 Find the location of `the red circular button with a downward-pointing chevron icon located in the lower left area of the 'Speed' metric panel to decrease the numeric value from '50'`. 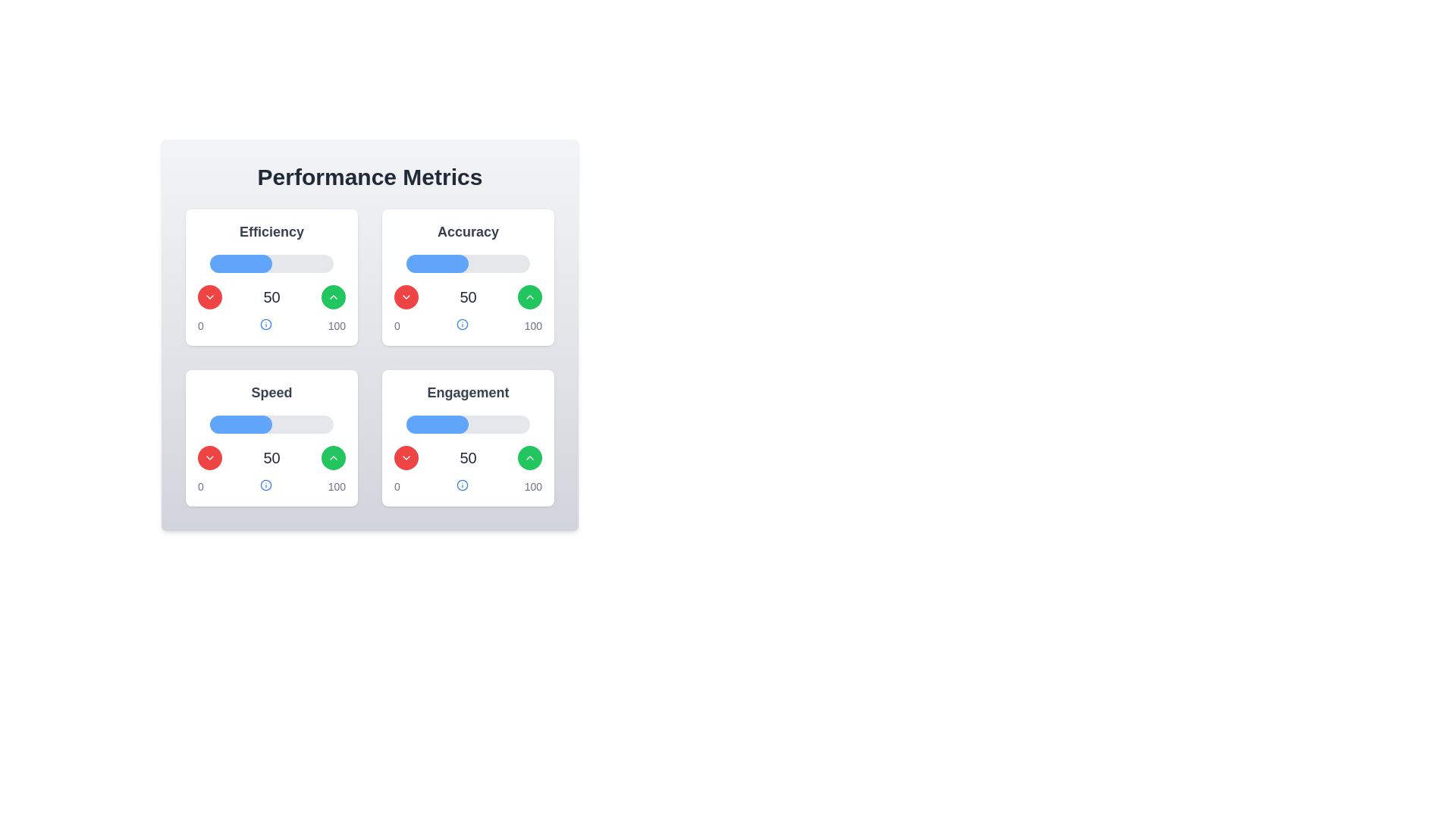

the red circular button with a downward-pointing chevron icon located in the lower left area of the 'Speed' metric panel to decrease the numeric value from '50' is located at coordinates (209, 457).